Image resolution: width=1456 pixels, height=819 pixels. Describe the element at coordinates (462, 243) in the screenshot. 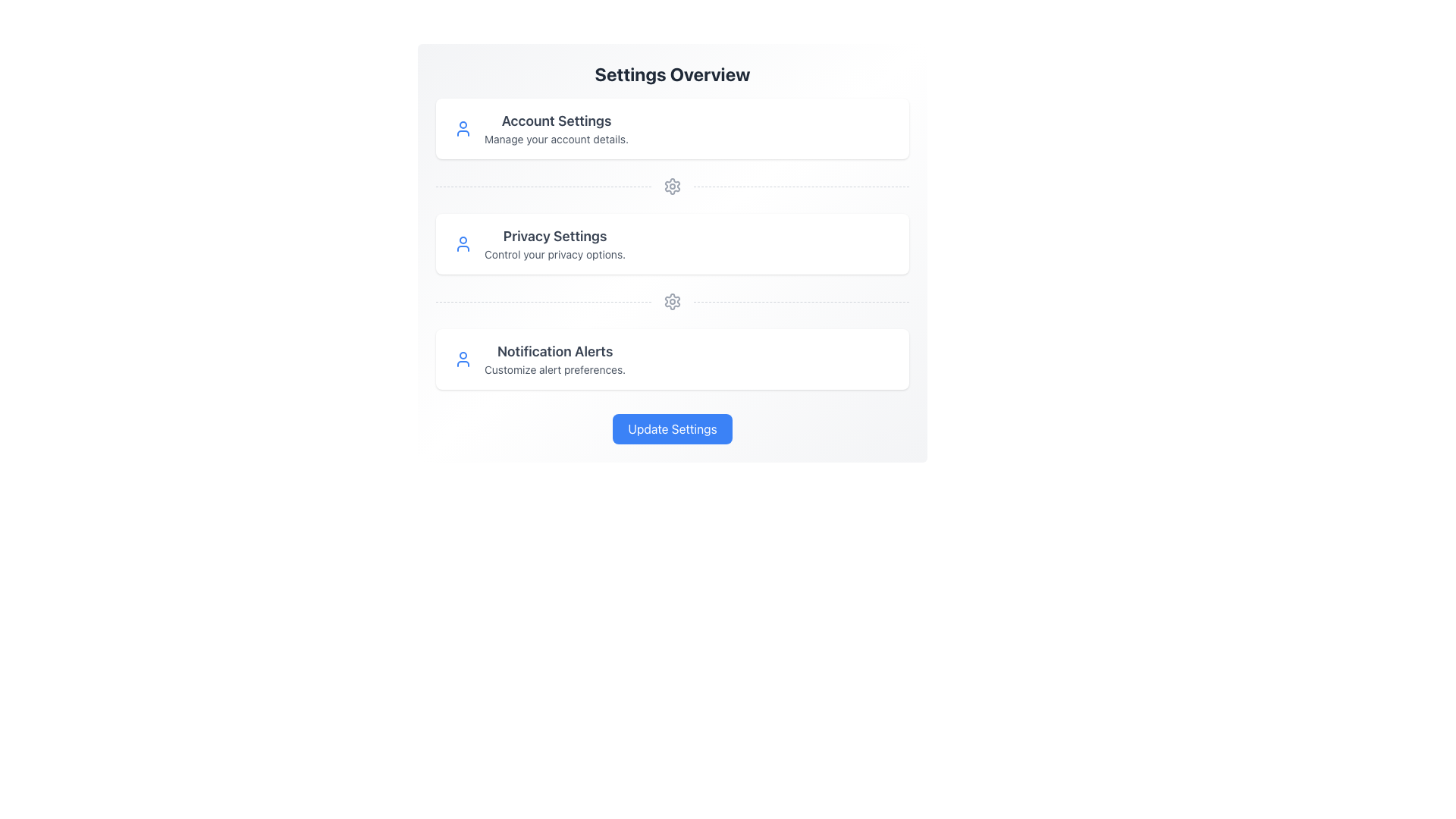

I see `the user profile icon, a small blue vector graphic located at the top-left of the 'Privacy Settings' button` at that location.